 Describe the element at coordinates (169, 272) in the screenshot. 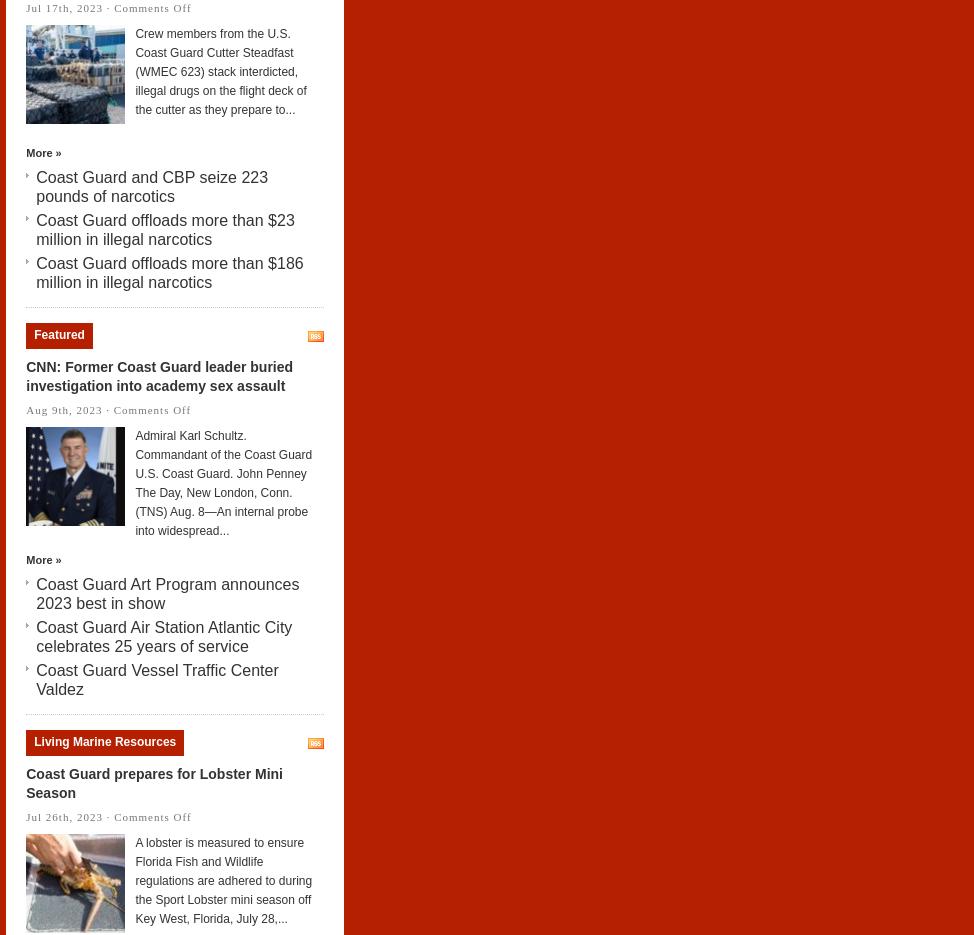

I see `'Coast Guard offloads more than $186 million in illegal narcotics'` at that location.